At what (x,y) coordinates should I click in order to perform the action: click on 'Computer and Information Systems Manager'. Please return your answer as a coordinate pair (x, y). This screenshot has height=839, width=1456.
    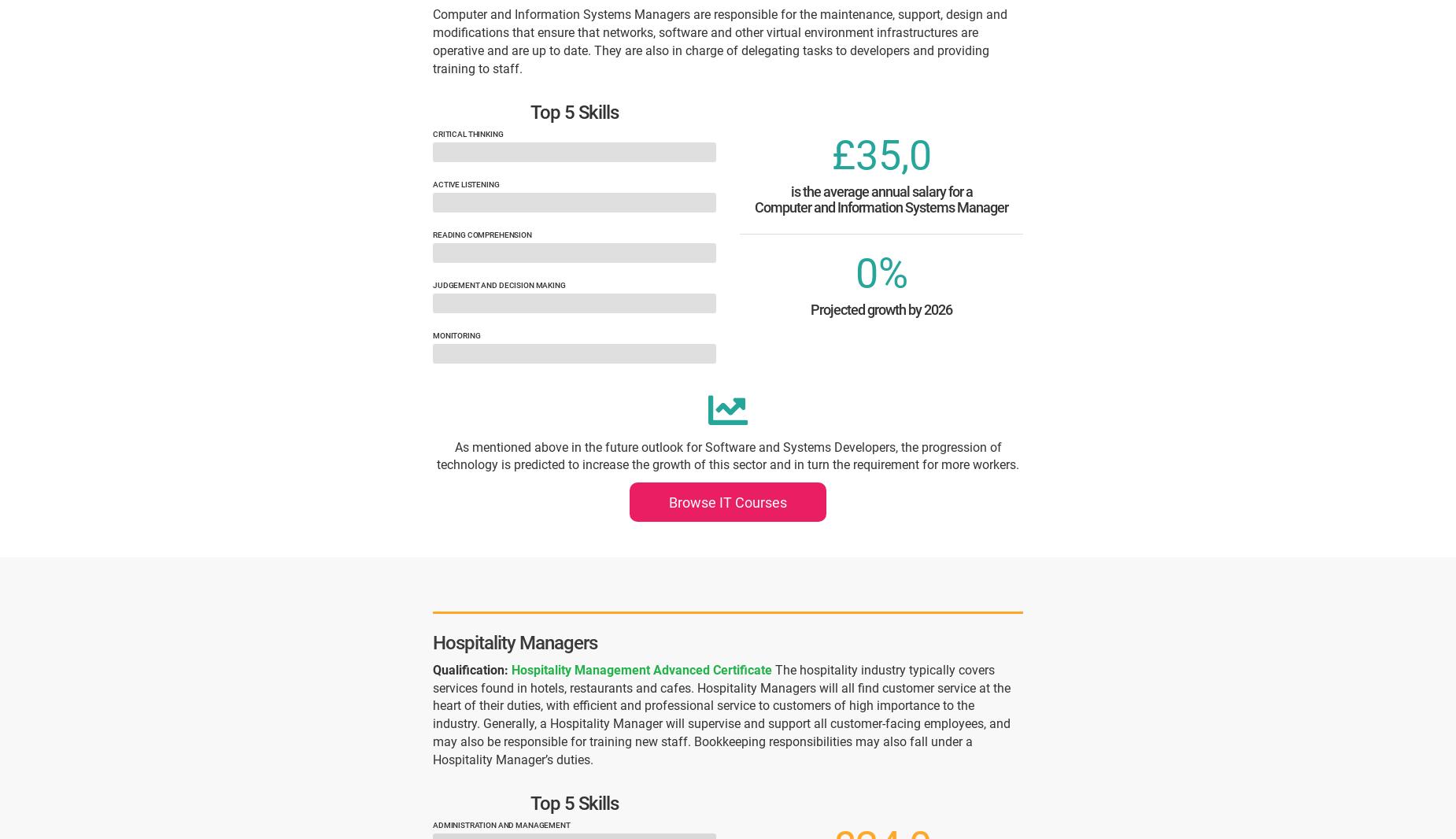
    Looking at the image, I should click on (754, 205).